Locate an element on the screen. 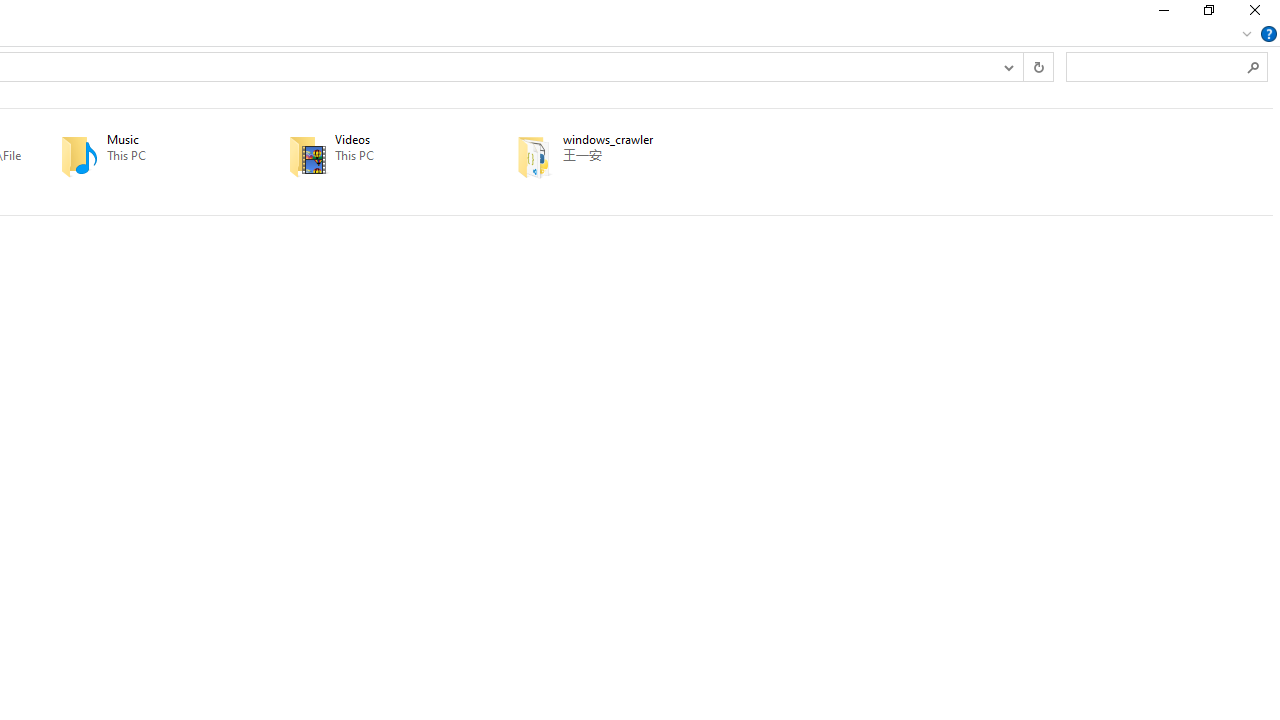 The image size is (1280, 720). 'windows_crawler' is located at coordinates (601, 155).